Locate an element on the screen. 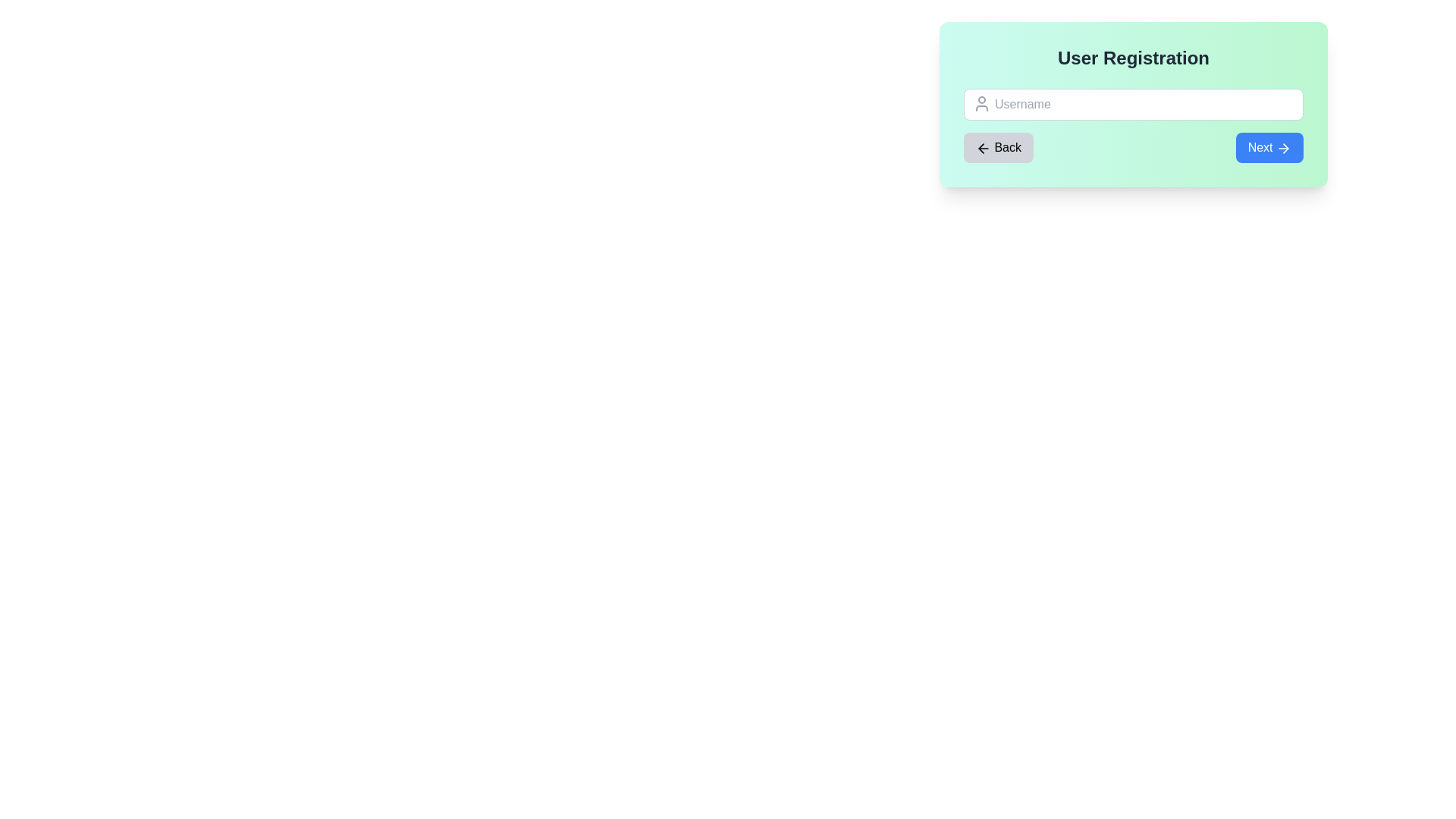 The width and height of the screenshot is (1456, 819). the rightmost button labeled 'Next' with a blue background and white text to proceed in the User Registration section is located at coordinates (1269, 148).